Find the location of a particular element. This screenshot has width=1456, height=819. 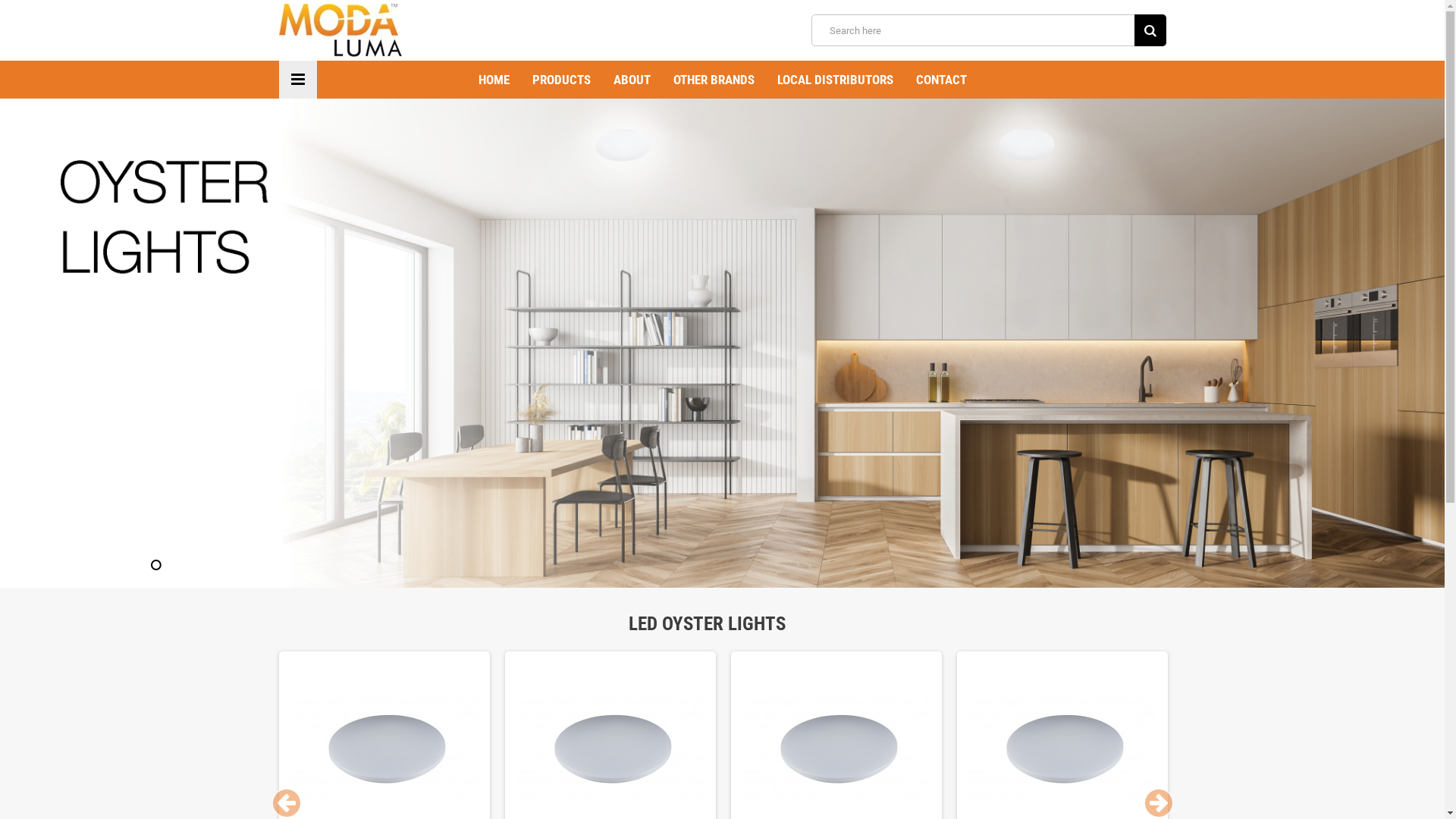

'HOME' is located at coordinates (494, 79).